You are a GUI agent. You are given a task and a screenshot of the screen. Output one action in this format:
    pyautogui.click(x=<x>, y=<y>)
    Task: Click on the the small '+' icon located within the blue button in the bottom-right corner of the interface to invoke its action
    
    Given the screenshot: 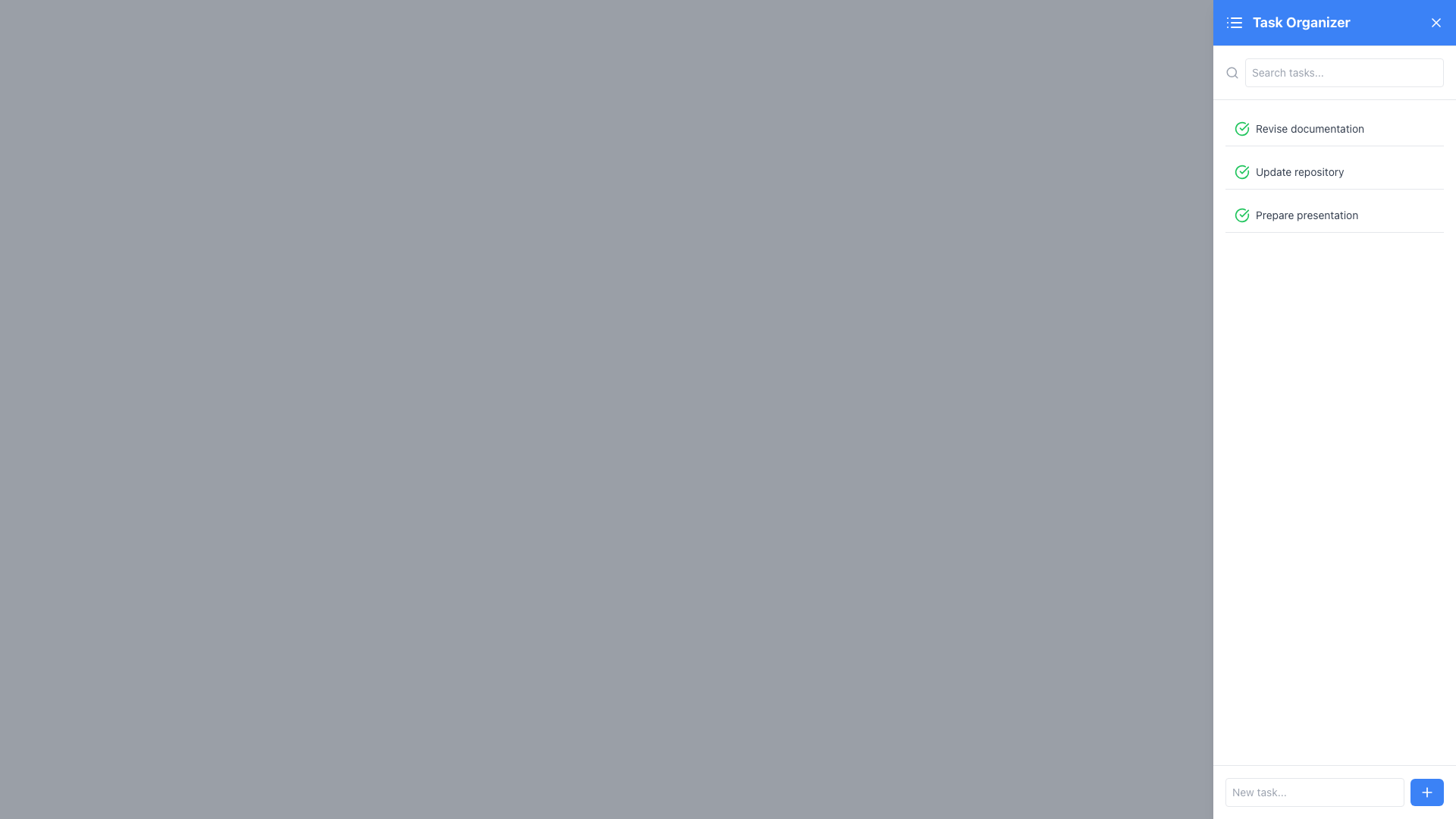 What is the action you would take?
    pyautogui.click(x=1426, y=792)
    